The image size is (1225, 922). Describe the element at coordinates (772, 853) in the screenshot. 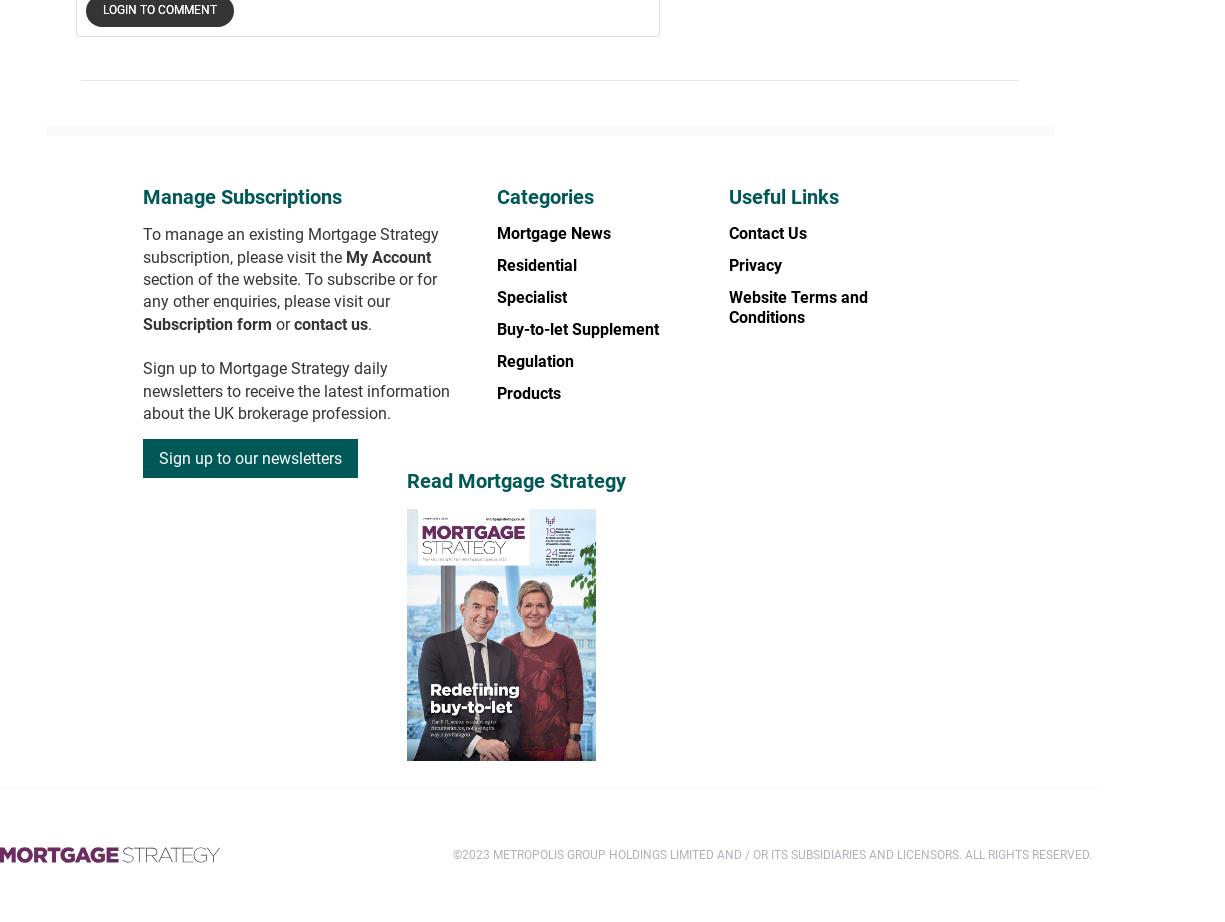

I see `'©2023 Metropolis Group Holdings Limited and / or its subsidiaries and licensors. All rights reserved.'` at that location.